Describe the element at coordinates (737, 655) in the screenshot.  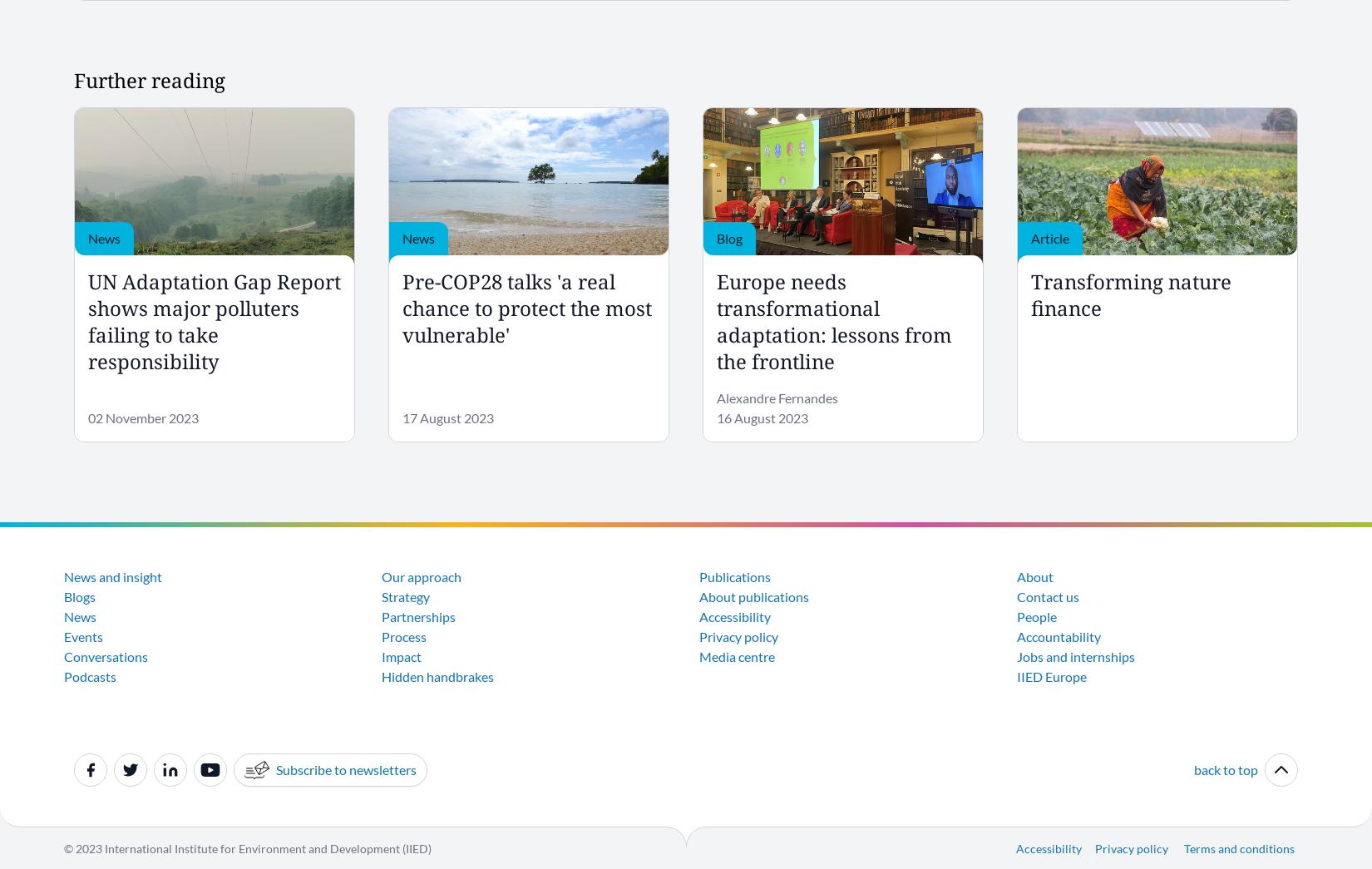
I see `'Media centre'` at that location.